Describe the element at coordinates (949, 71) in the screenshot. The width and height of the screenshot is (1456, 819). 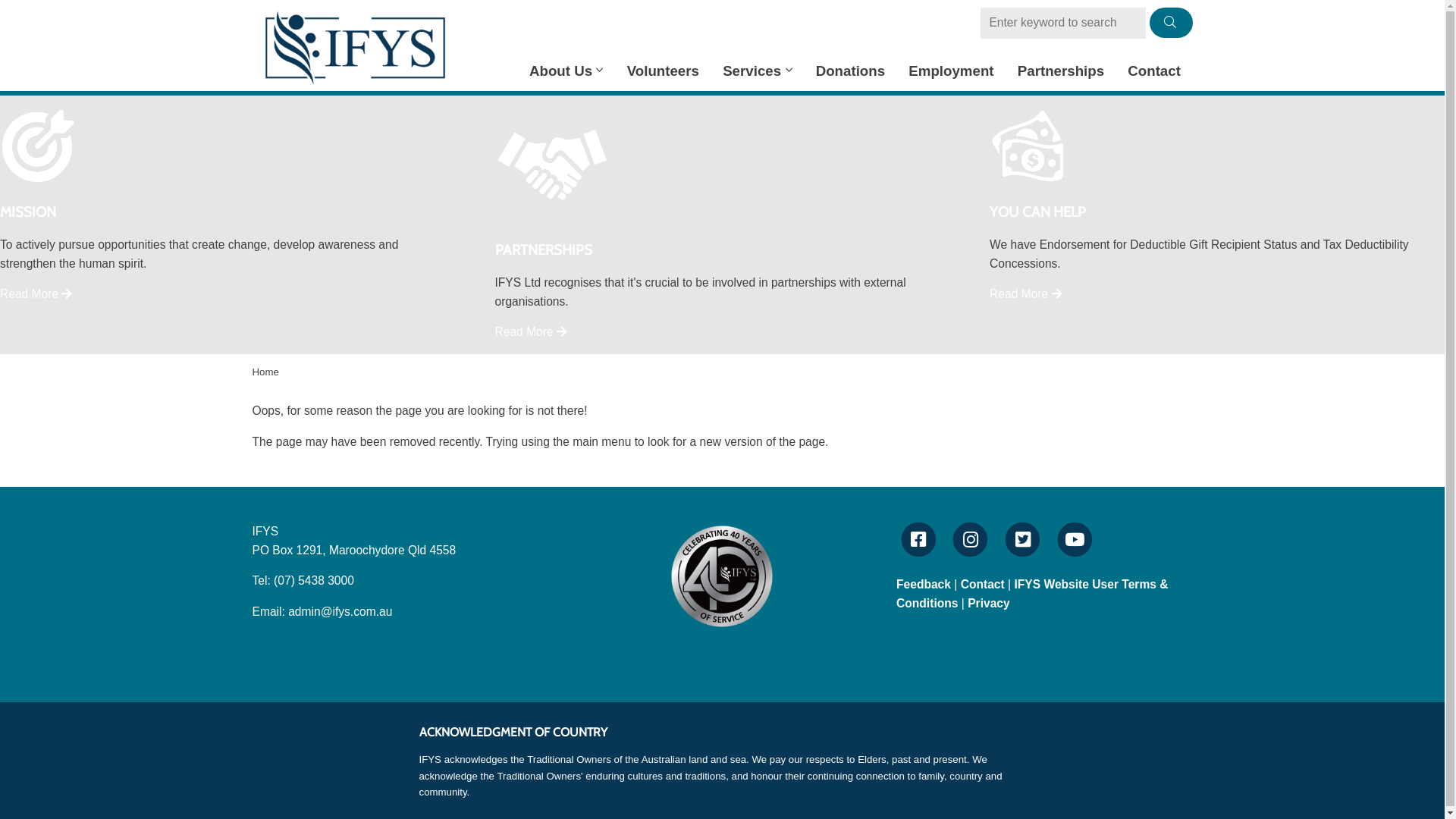
I see `'Employment'` at that location.